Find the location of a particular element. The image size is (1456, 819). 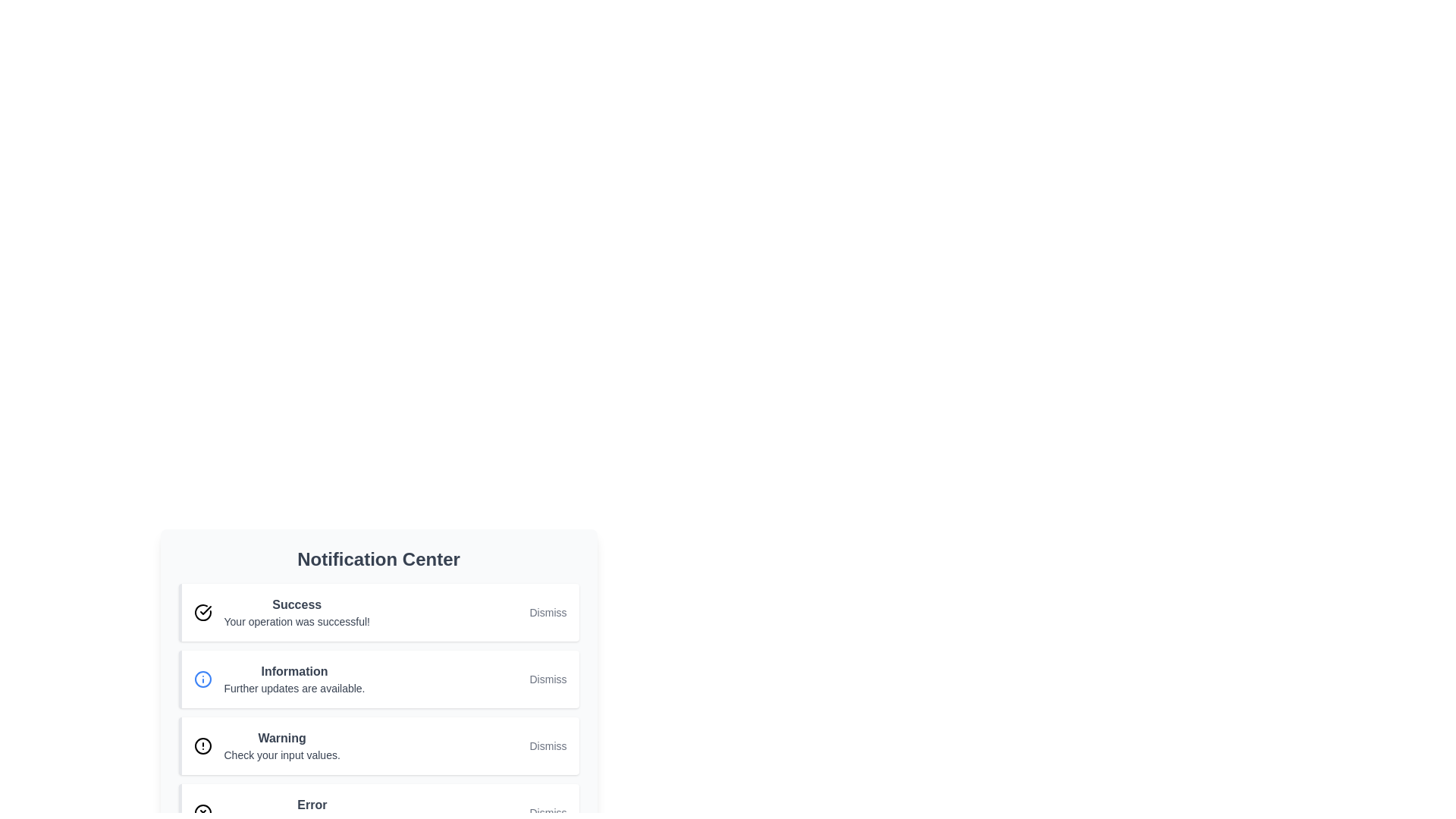

the 'Error' text label in the notification center, which is displayed in bold font style and positioned above the message 'An issue occurred during submission.' is located at coordinates (311, 804).